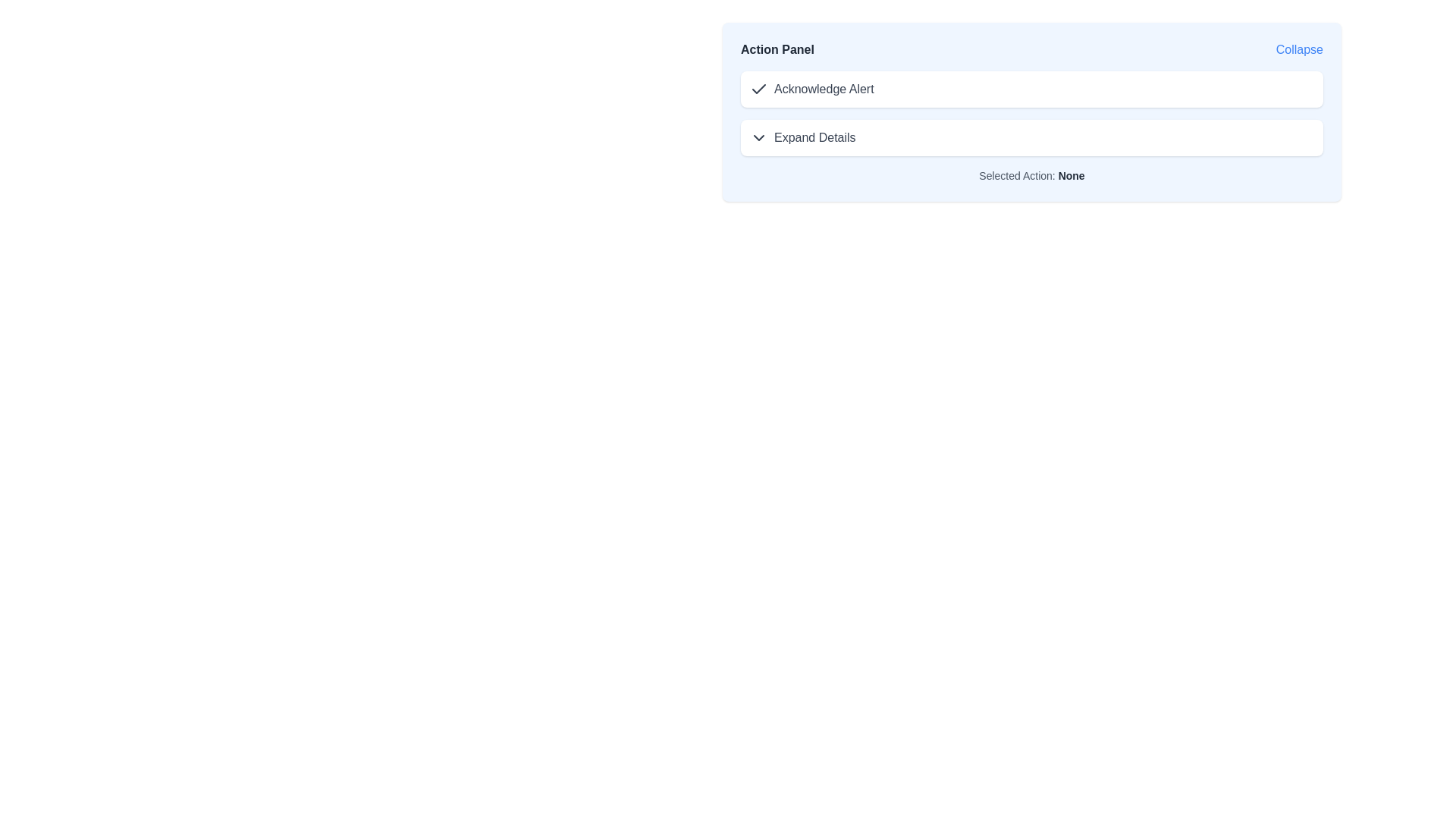 Image resolution: width=1456 pixels, height=819 pixels. What do you see at coordinates (1071, 174) in the screenshot?
I see `text label displaying the current selected action, which indicates 'None' and is positioned to the right of the label 'Selected Action:' in the Action Panel interface` at bounding box center [1071, 174].